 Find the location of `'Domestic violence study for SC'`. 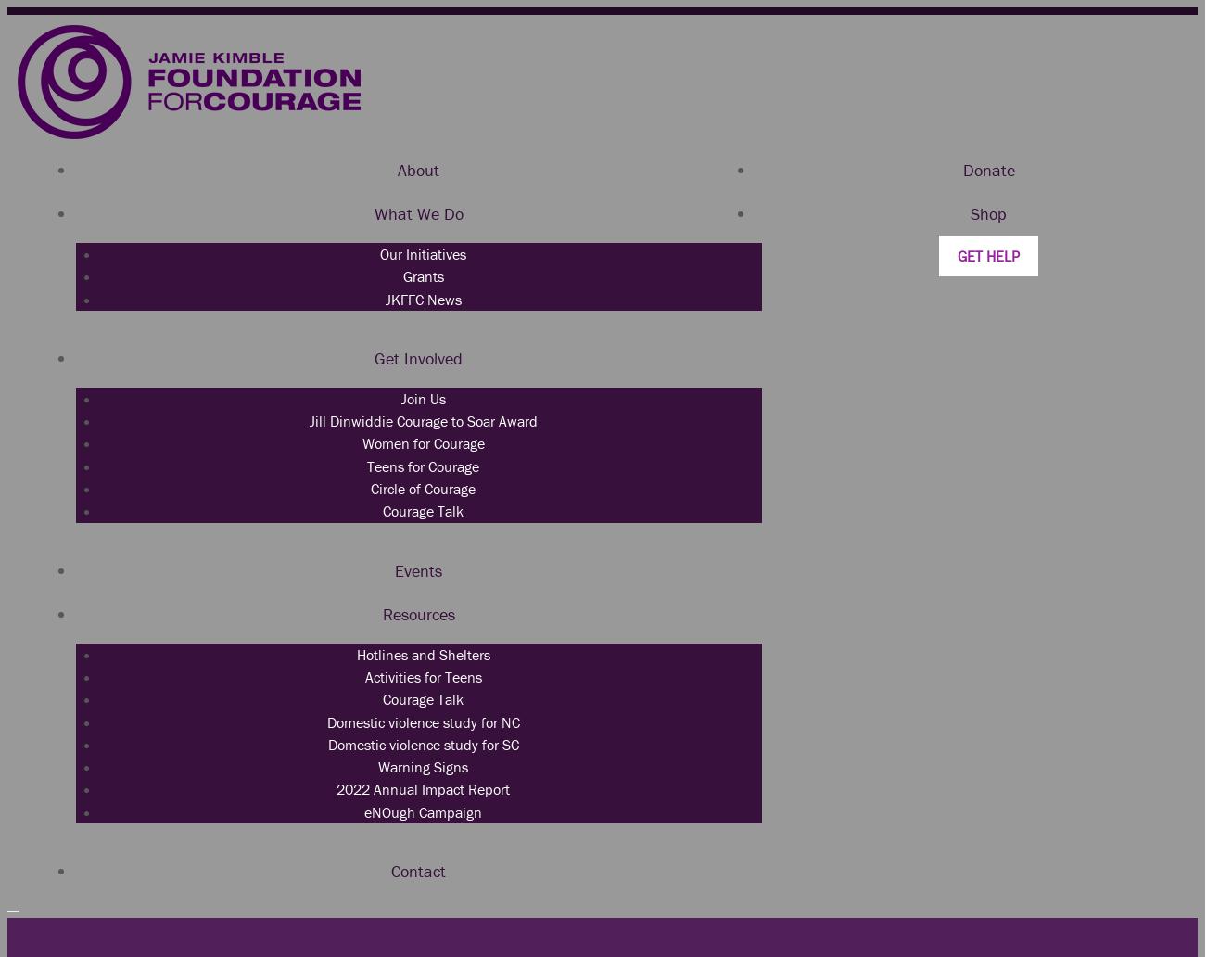

'Domestic violence study for SC' is located at coordinates (421, 743).